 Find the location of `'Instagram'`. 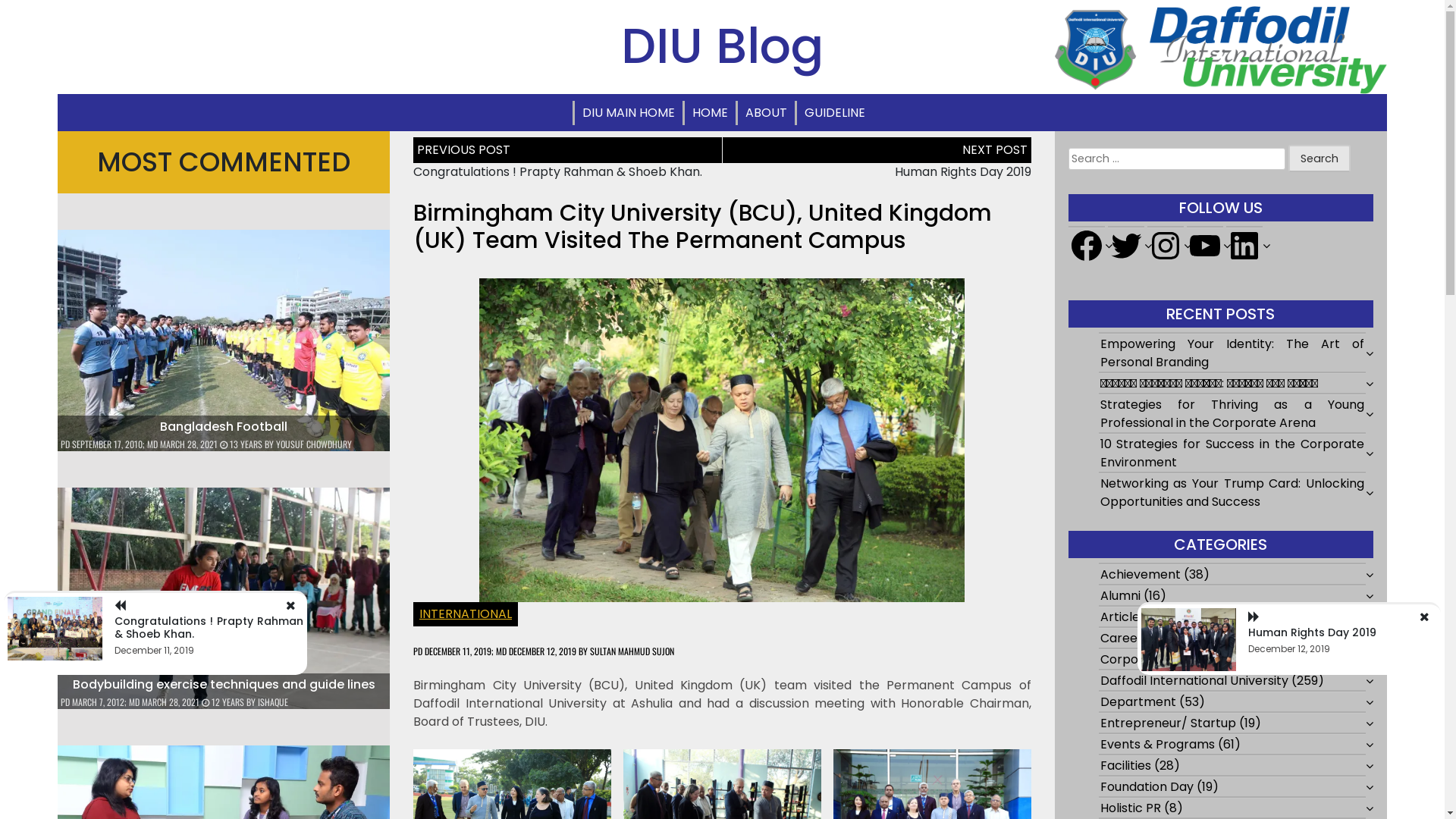

'Instagram' is located at coordinates (1164, 245).